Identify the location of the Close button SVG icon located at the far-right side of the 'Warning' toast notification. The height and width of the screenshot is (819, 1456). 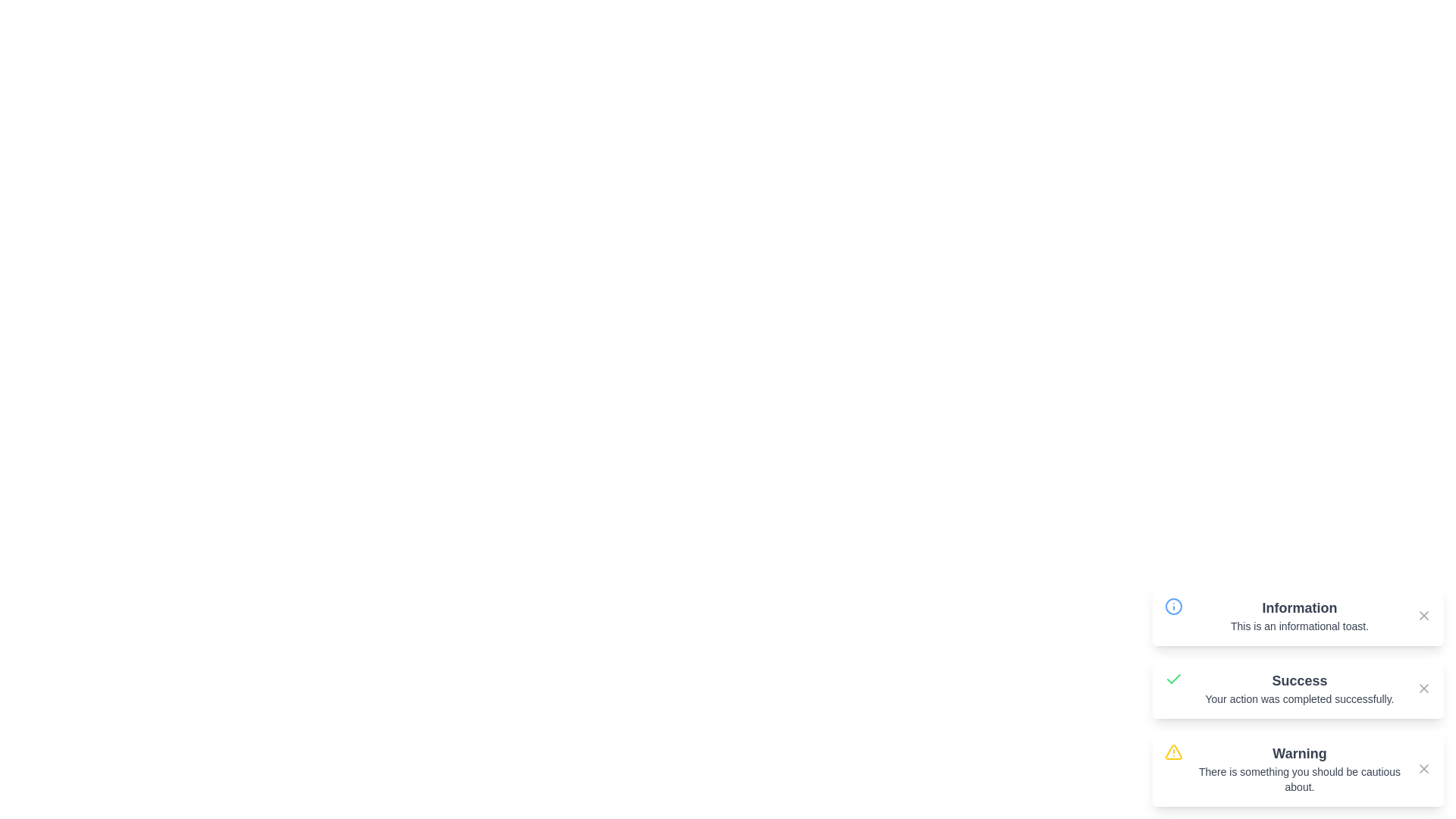
(1423, 769).